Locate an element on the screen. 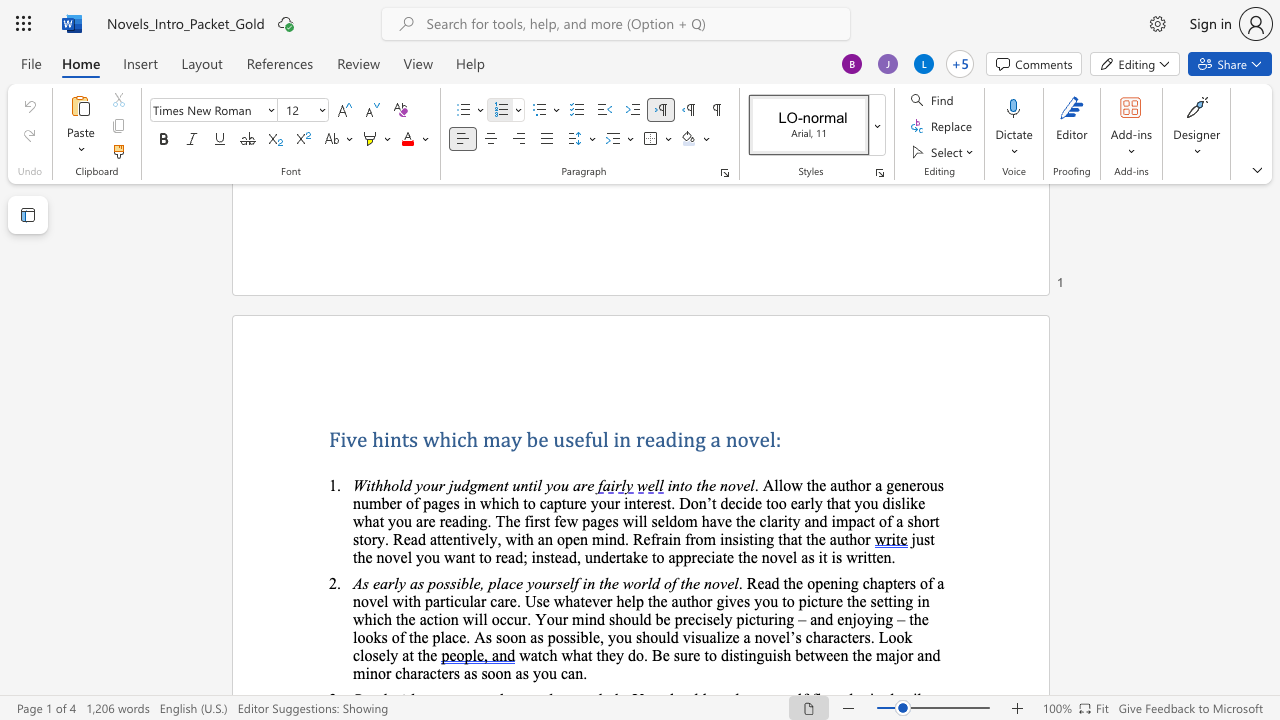  the space between the continuous character "g" and "u" in the text is located at coordinates (763, 655).